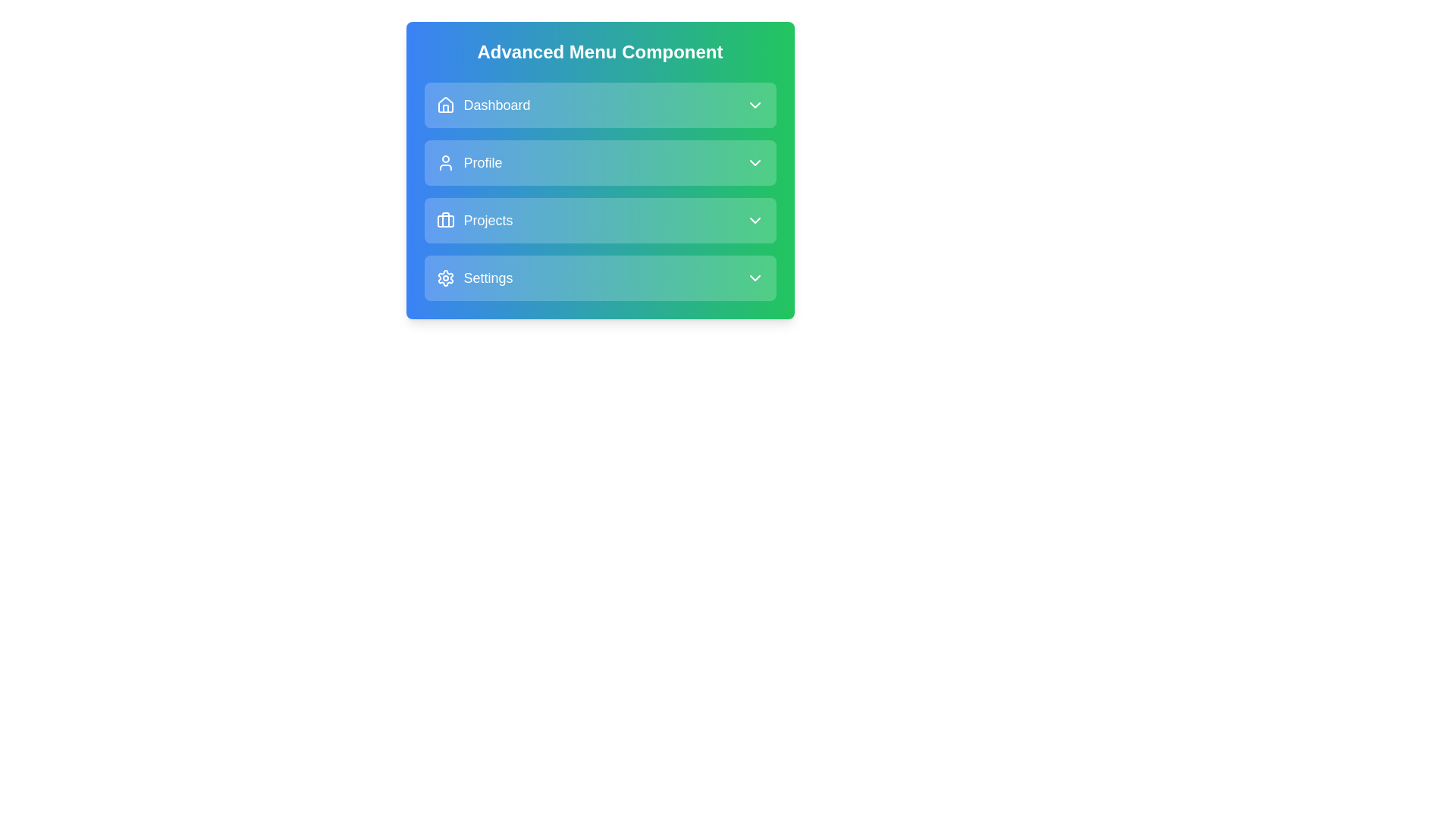 This screenshot has height=819, width=1456. What do you see at coordinates (599, 278) in the screenshot?
I see `the Settings button, which is the last item in a vertical list within the menu` at bounding box center [599, 278].